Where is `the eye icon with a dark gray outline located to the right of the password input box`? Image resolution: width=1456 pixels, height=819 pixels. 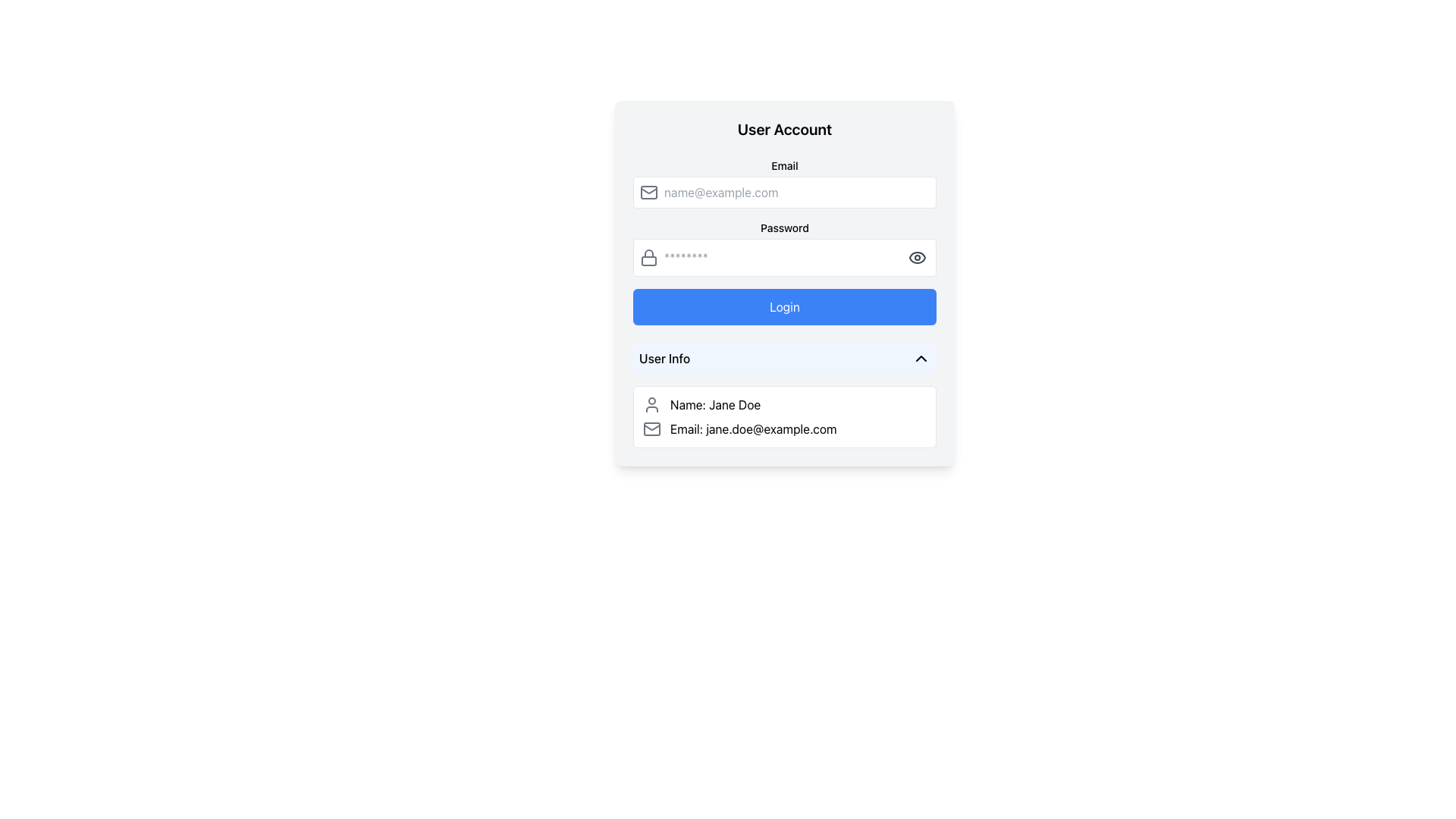
the eye icon with a dark gray outline located to the right of the password input box is located at coordinates (916, 256).